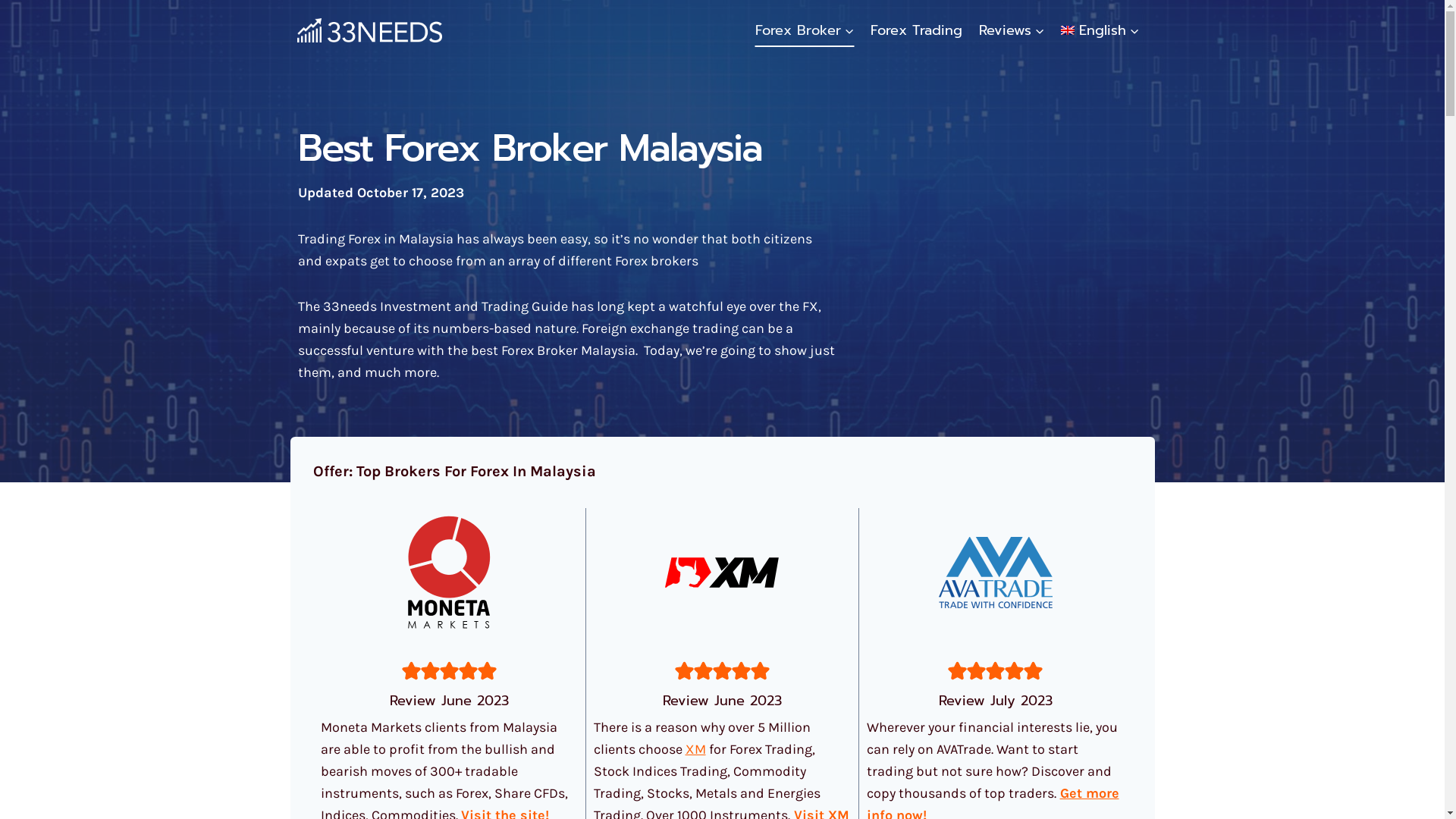 This screenshot has width=1456, height=819. Describe the element at coordinates (804, 30) in the screenshot. I see `'Forex Broker'` at that location.